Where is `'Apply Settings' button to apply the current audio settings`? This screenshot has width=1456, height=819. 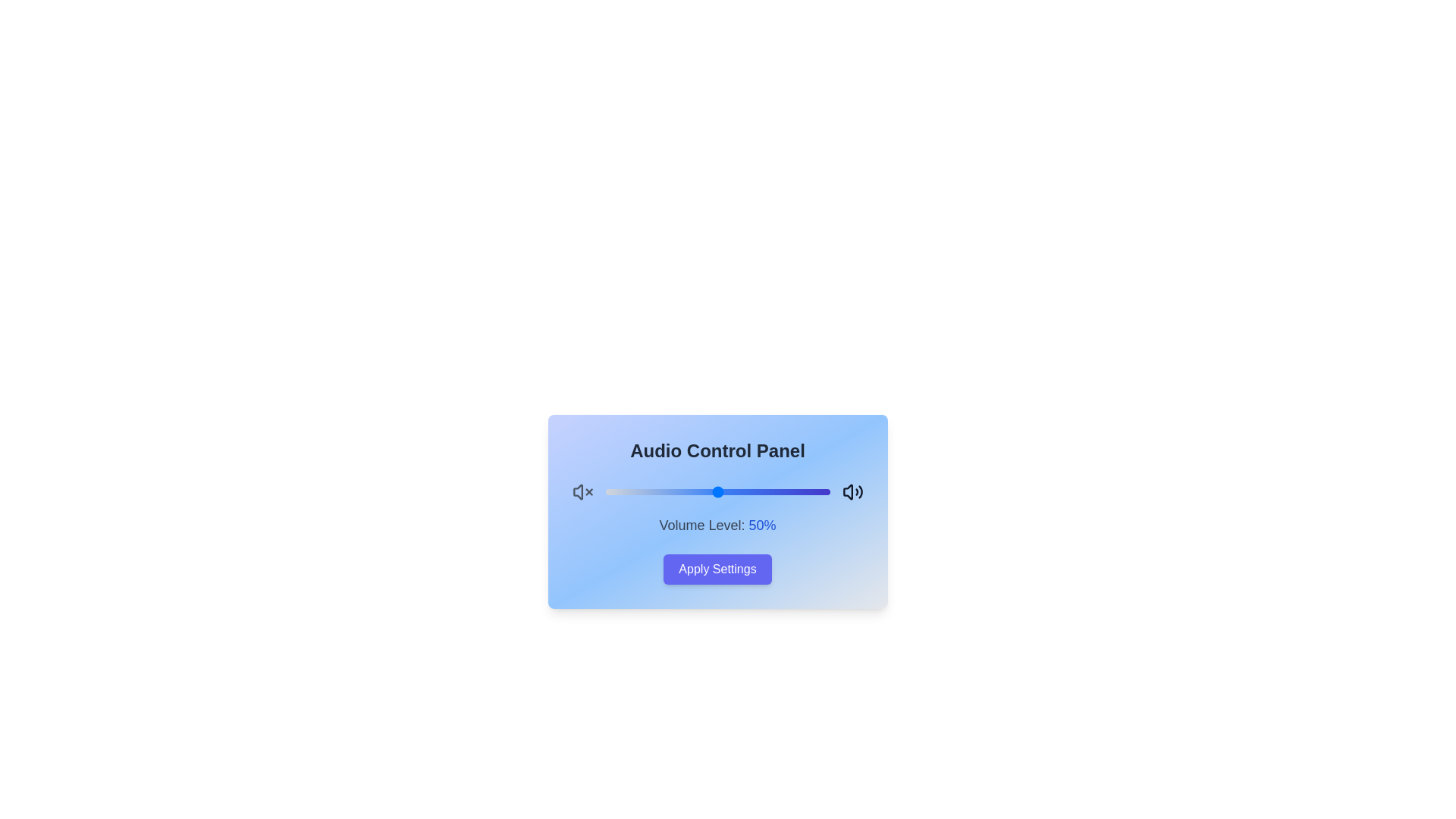 'Apply Settings' button to apply the current audio settings is located at coordinates (717, 570).